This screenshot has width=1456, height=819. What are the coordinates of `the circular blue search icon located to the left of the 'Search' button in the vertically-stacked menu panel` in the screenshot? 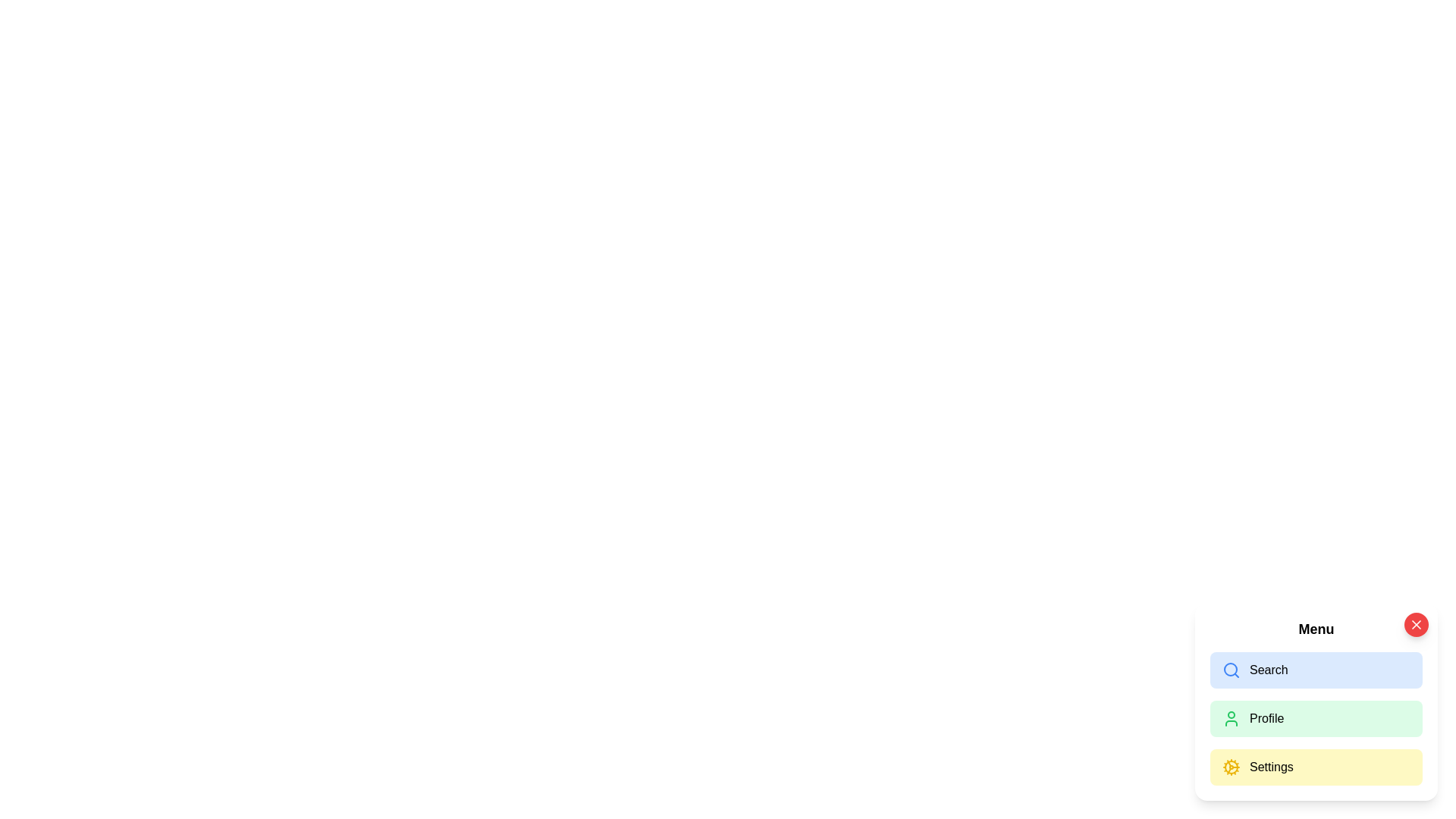 It's located at (1231, 669).